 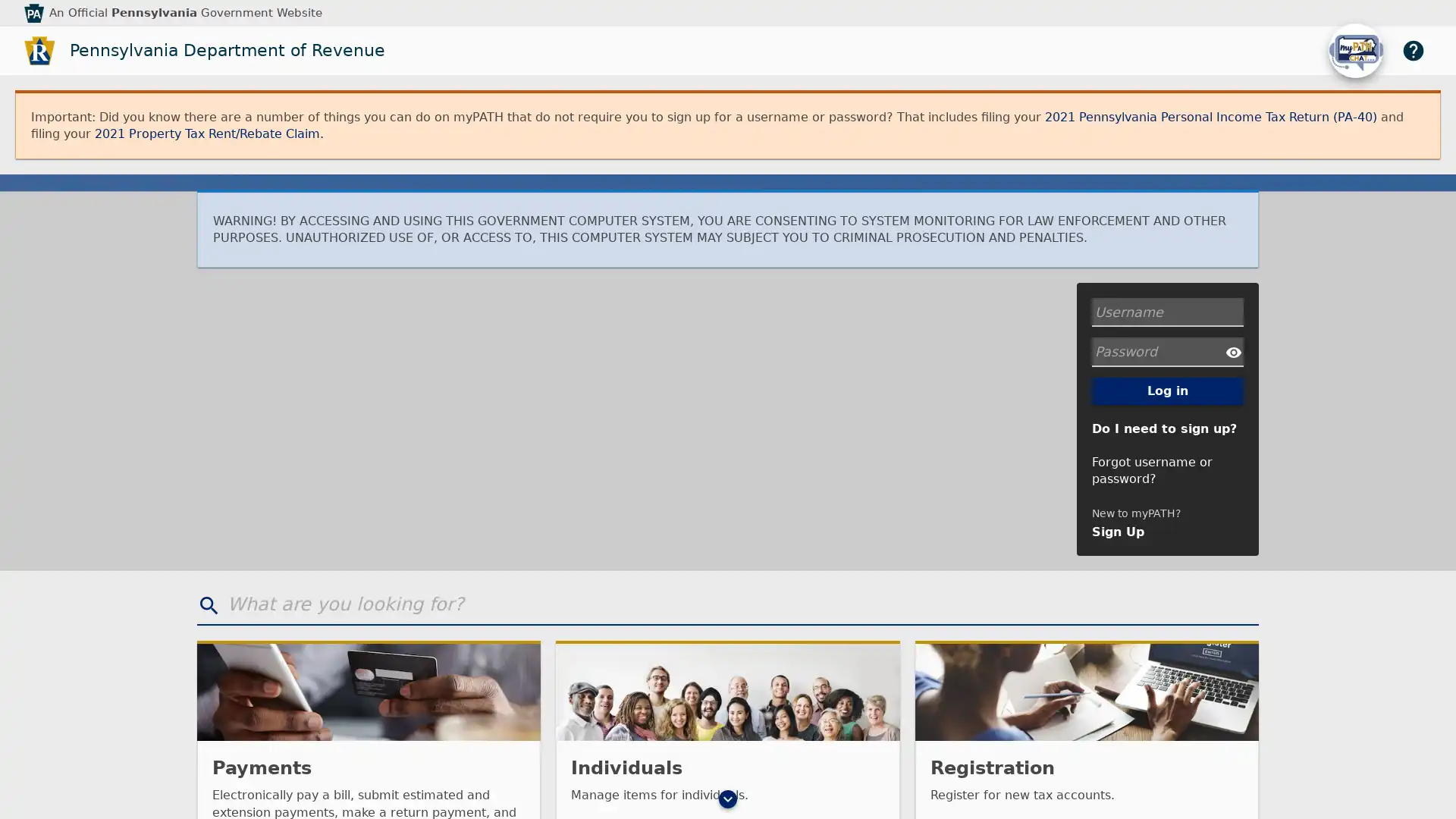 What do you see at coordinates (1167, 390) in the screenshot?
I see `Log in` at bounding box center [1167, 390].